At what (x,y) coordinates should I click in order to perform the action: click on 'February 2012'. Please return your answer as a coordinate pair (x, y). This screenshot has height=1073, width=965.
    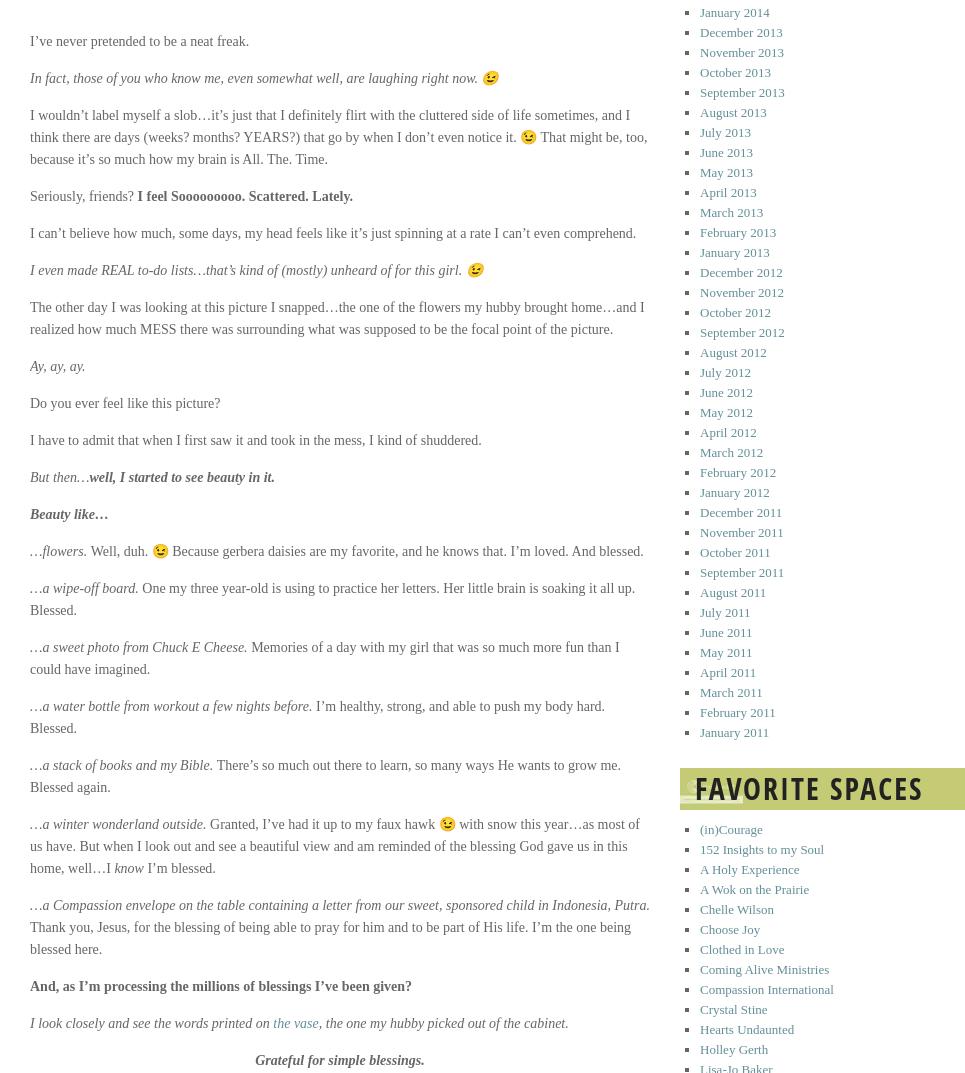
    Looking at the image, I should click on (738, 472).